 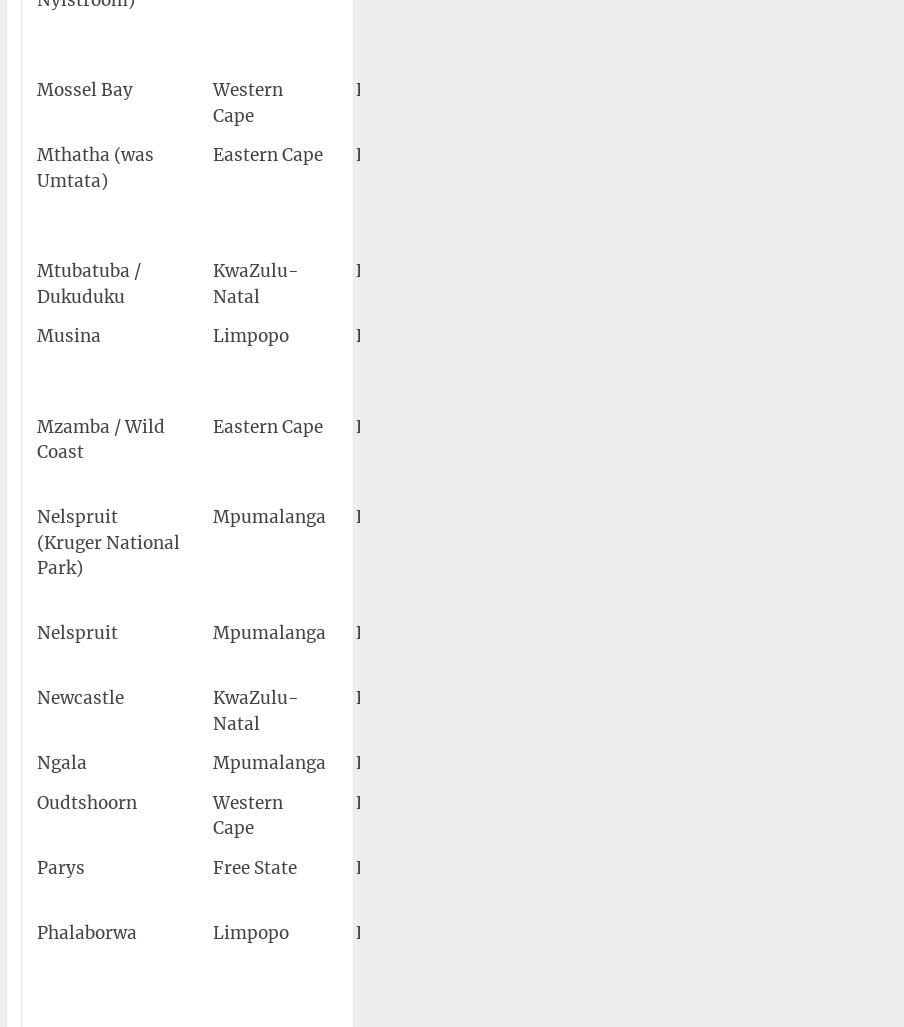 What do you see at coordinates (516, 865) in the screenshot?
I see `'Parys Airport'` at bounding box center [516, 865].